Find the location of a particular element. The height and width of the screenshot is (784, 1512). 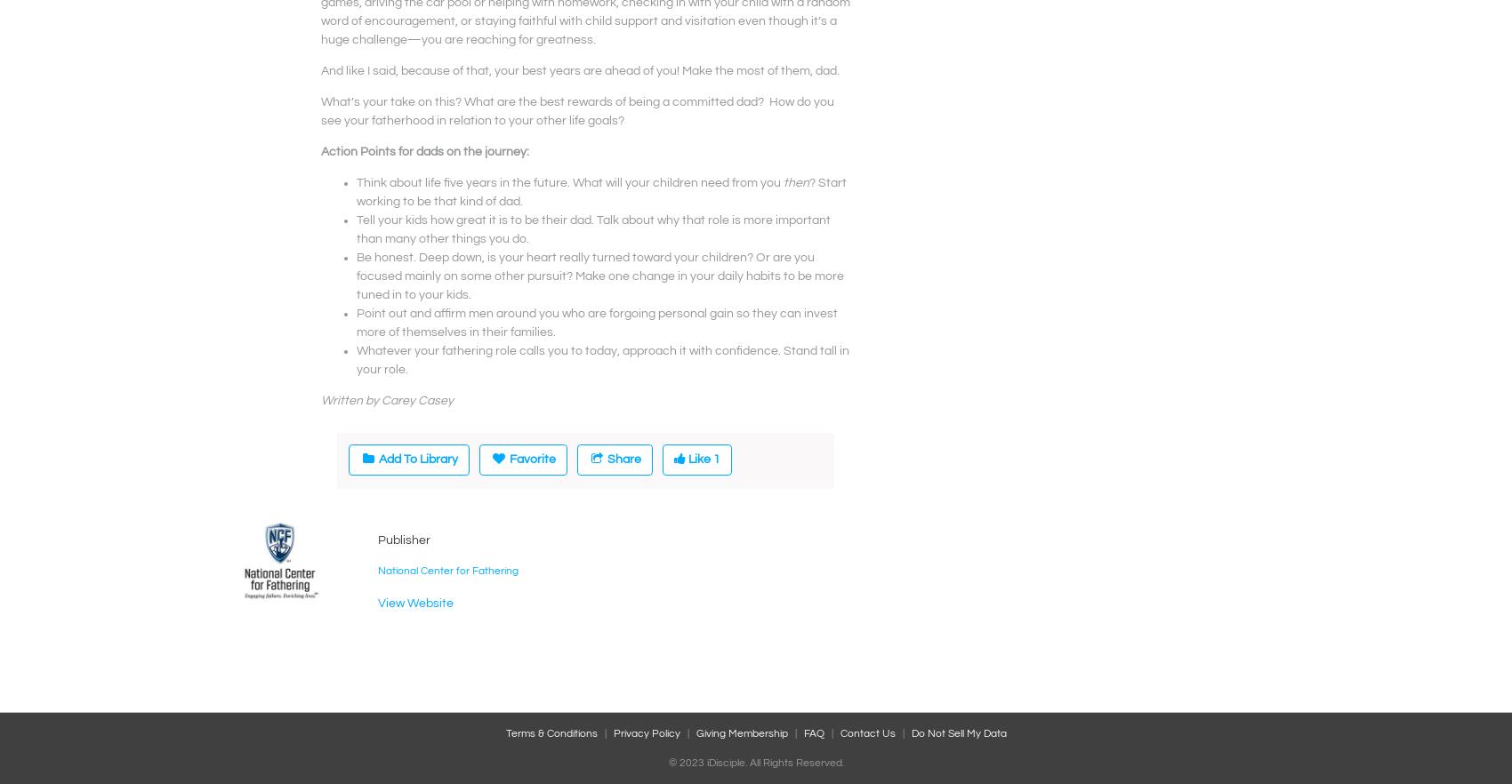

'Tell your kids how great it is to be their dad. Talk about why that role is more important than many other things you do.' is located at coordinates (593, 228).